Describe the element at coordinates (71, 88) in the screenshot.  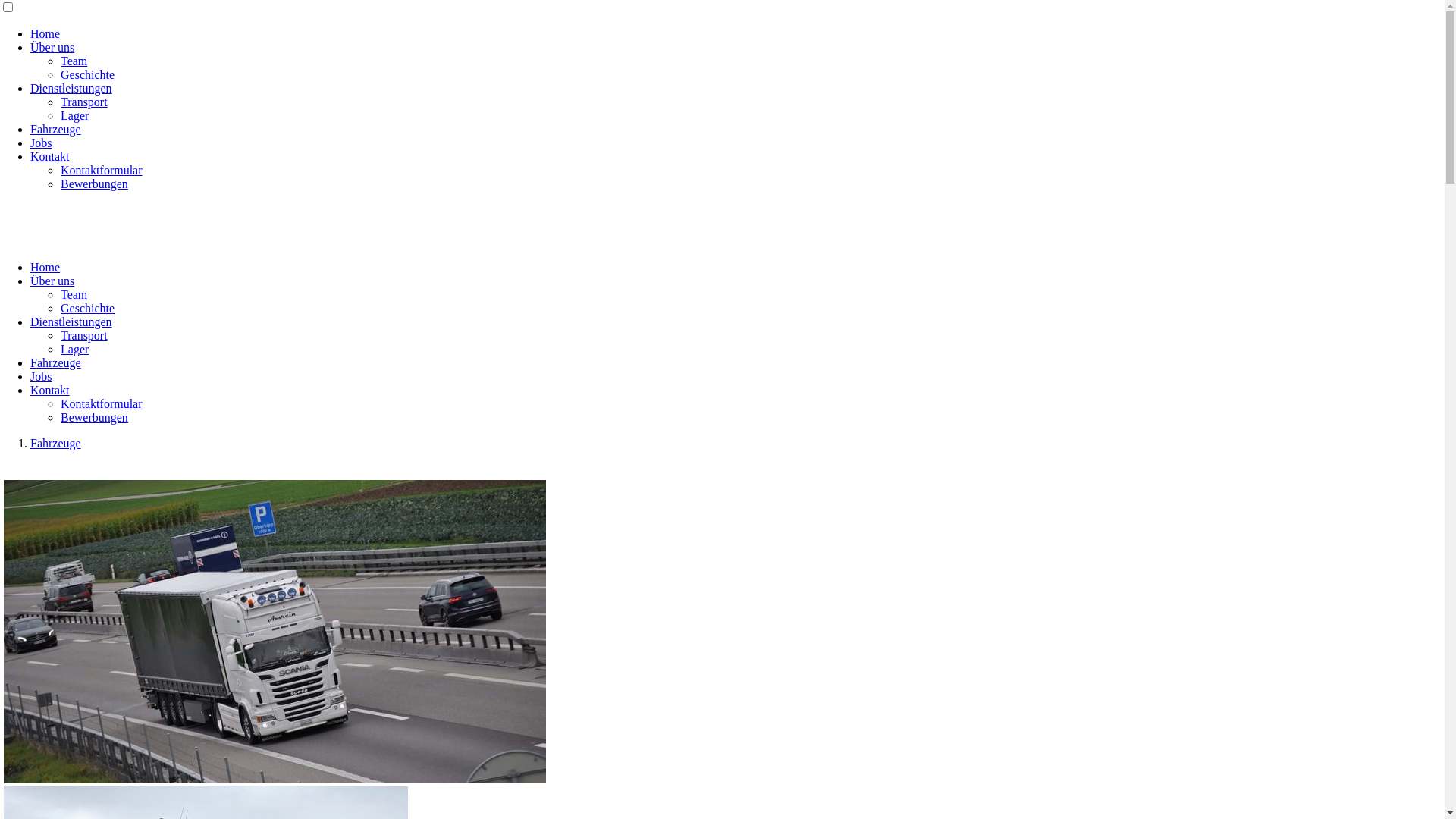
I see `'Dienstleistungen'` at that location.